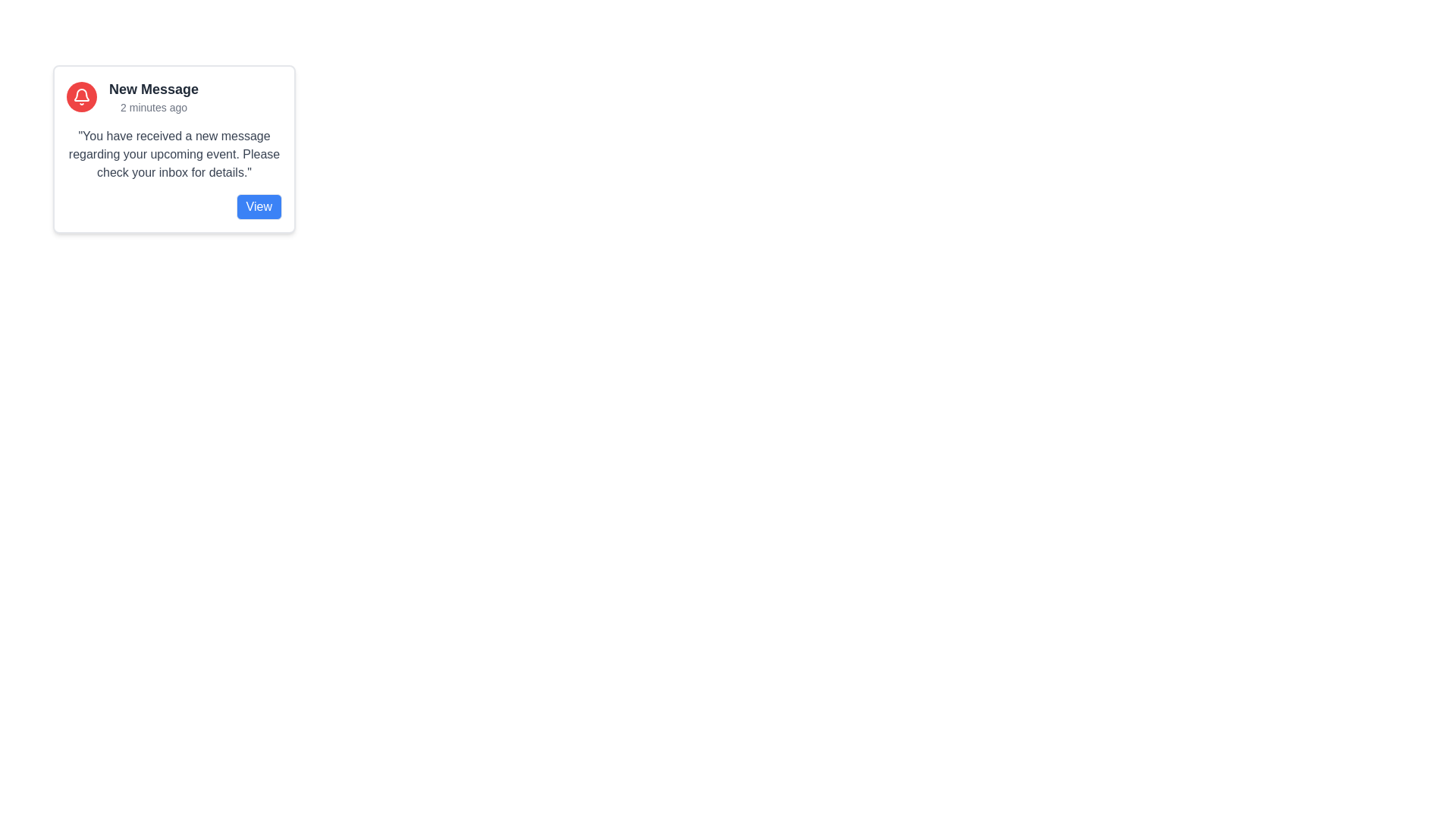  I want to click on the button located at the bottom right of the notification card, so click(259, 207).